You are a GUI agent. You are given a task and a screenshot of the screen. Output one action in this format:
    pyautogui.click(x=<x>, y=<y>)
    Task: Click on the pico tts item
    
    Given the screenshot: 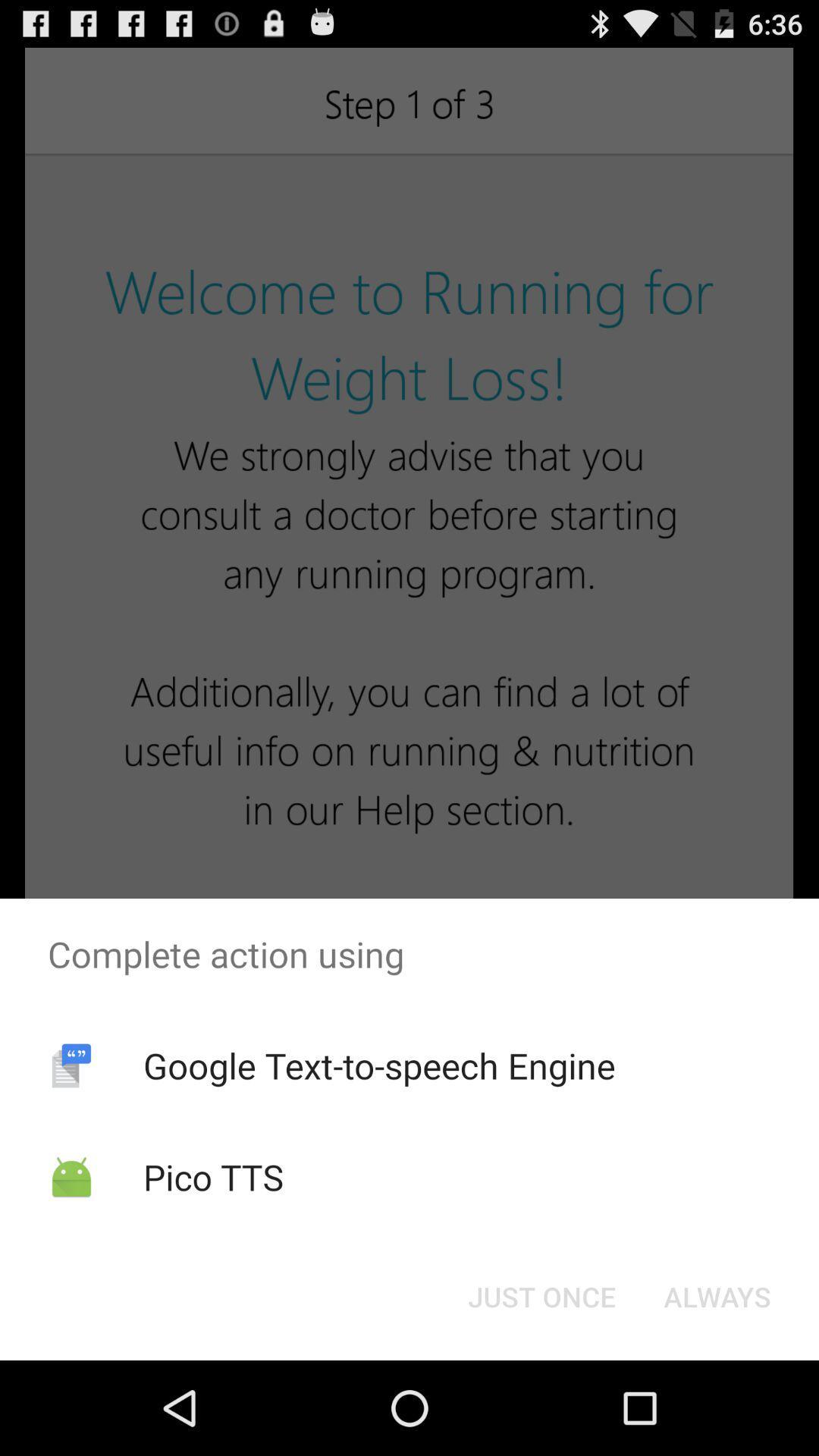 What is the action you would take?
    pyautogui.click(x=213, y=1176)
    